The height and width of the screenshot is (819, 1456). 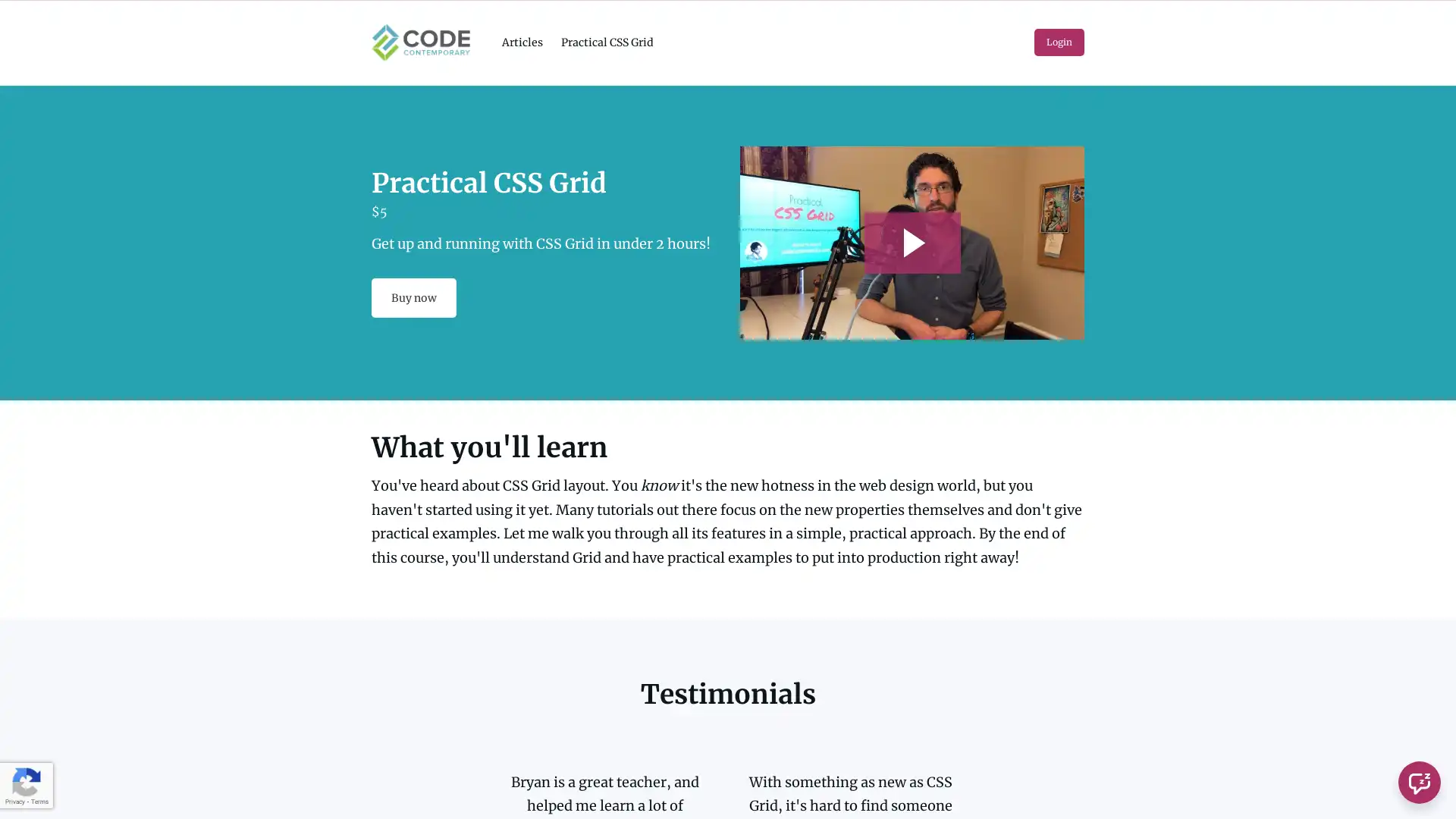 I want to click on Play, so click(x=911, y=241).